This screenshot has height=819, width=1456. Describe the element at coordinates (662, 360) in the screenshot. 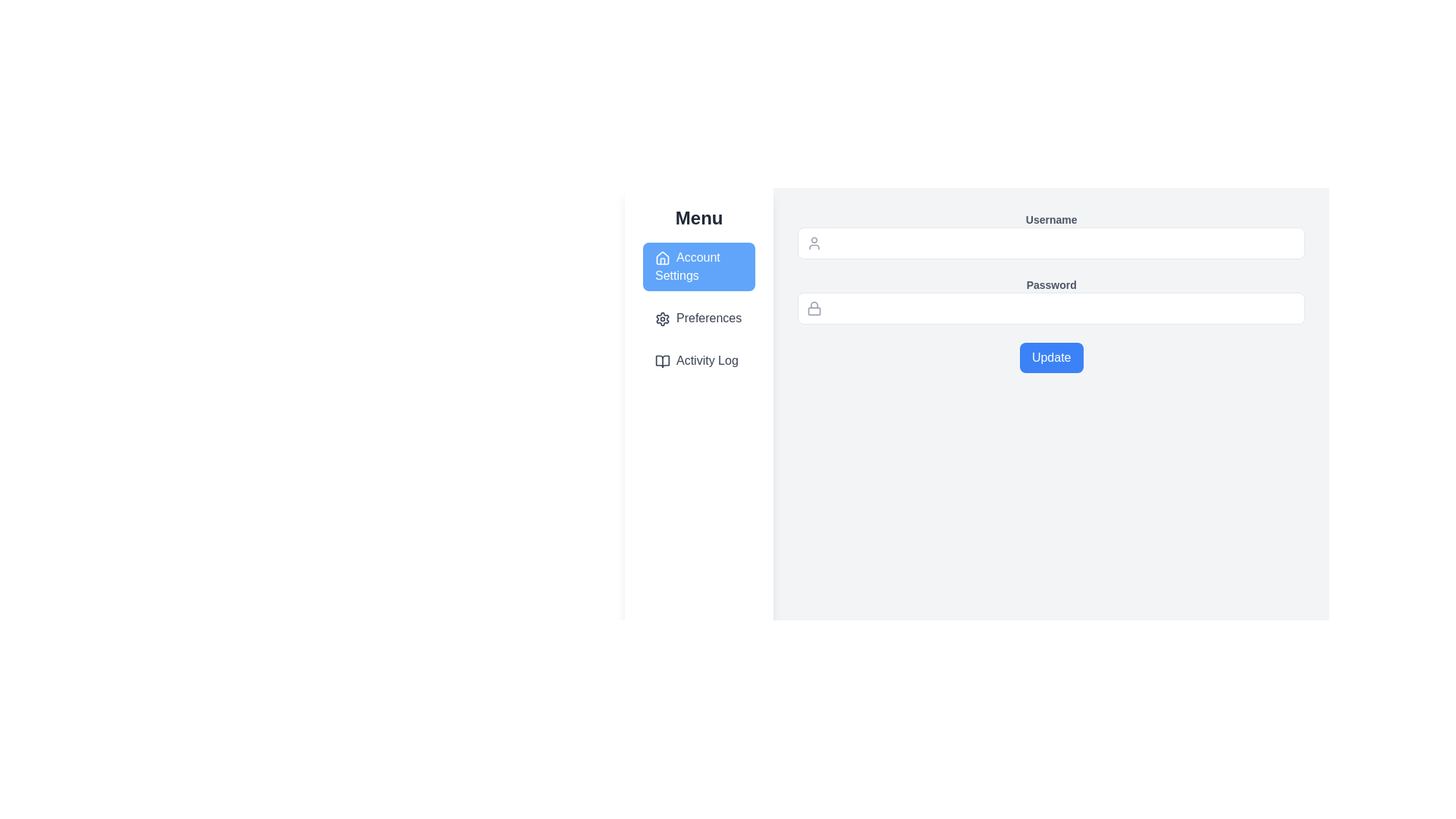

I see `the open book icon located to the left of the 'Activity Log' text in the menu section` at that location.